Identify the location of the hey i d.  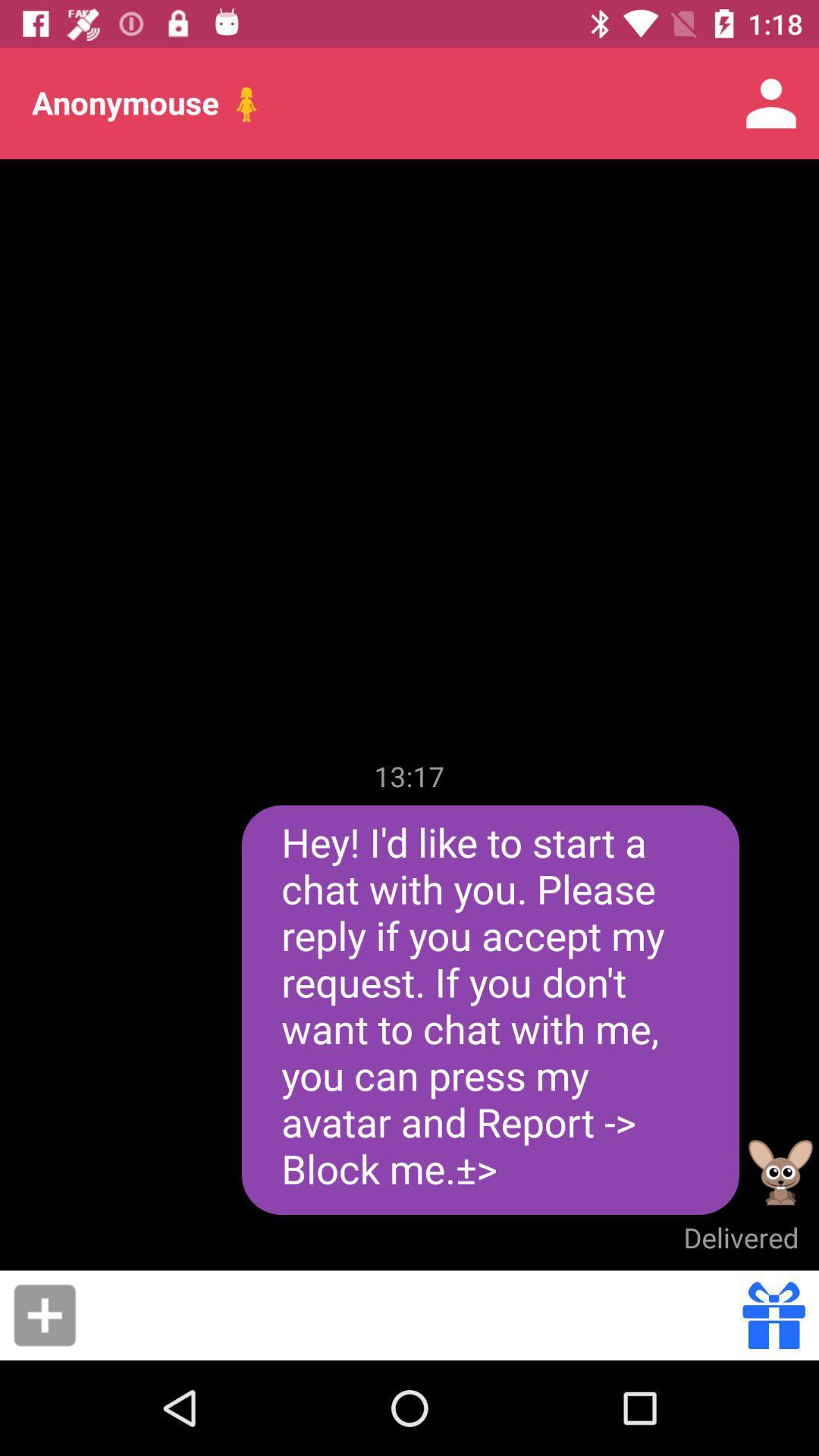
(490, 1010).